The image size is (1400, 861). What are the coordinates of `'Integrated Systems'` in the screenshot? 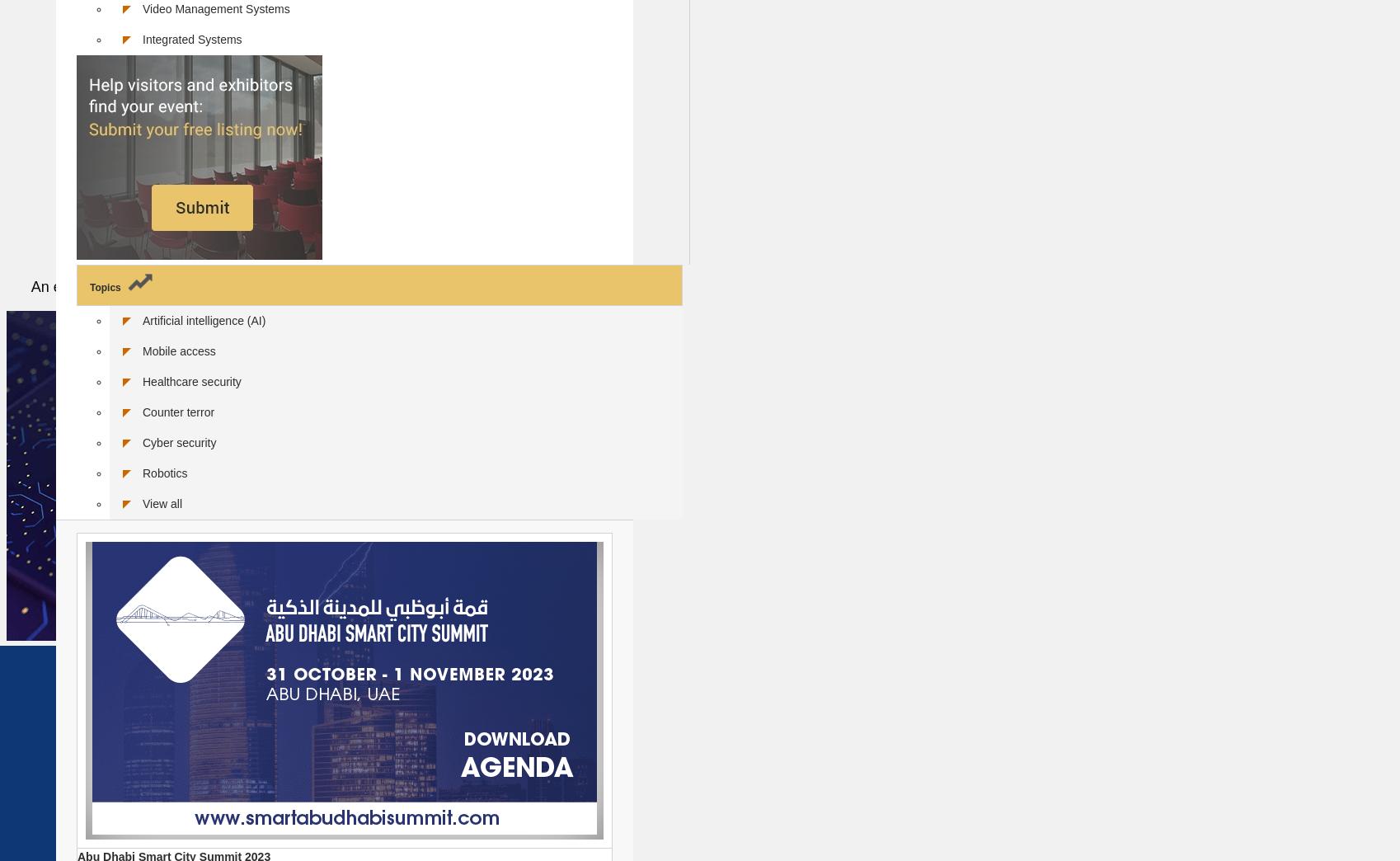 It's located at (191, 37).